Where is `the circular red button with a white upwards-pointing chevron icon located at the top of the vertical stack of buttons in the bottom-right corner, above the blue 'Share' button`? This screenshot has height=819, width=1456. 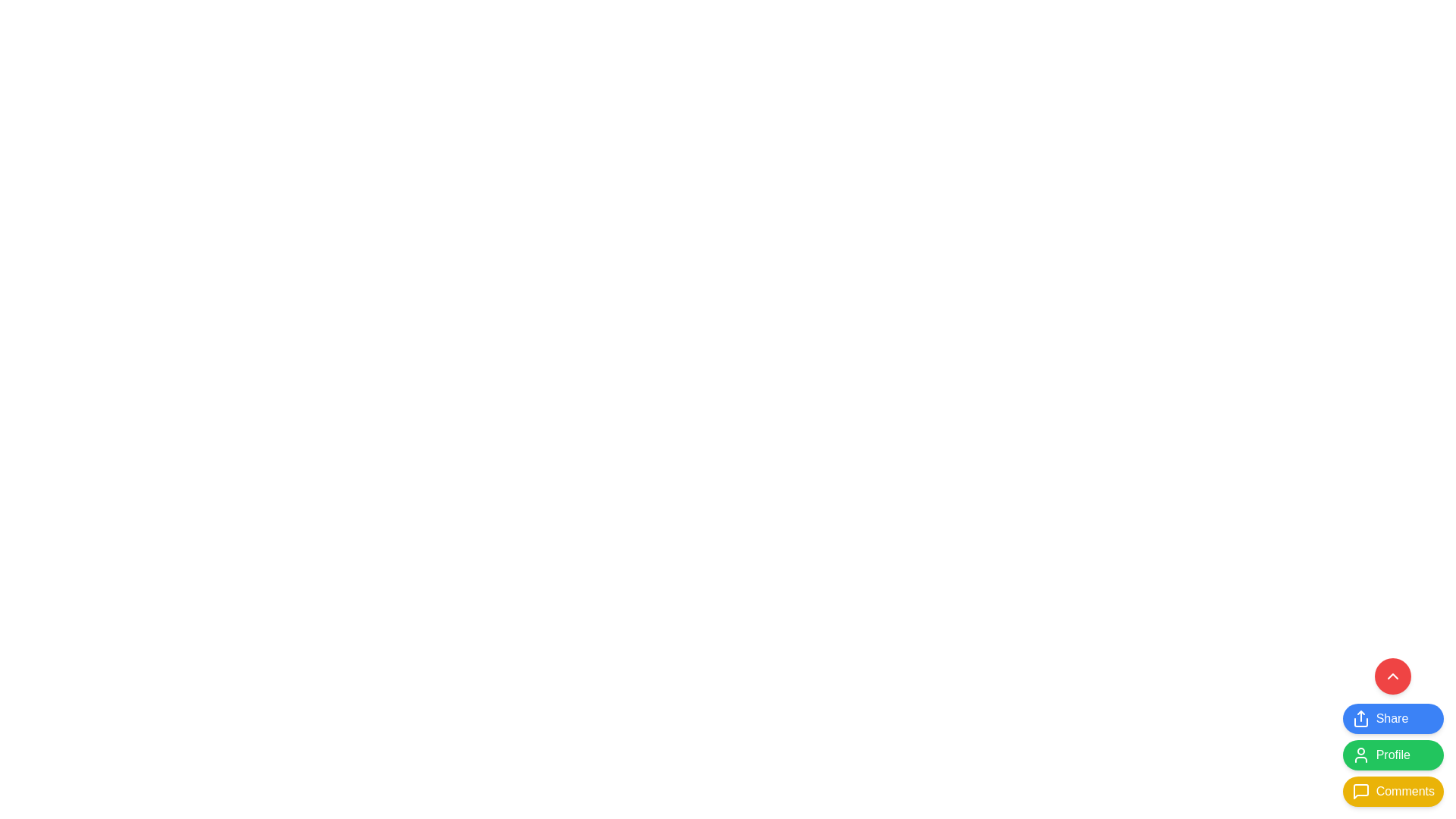
the circular red button with a white upwards-pointing chevron icon located at the top of the vertical stack of buttons in the bottom-right corner, above the blue 'Share' button is located at coordinates (1393, 675).